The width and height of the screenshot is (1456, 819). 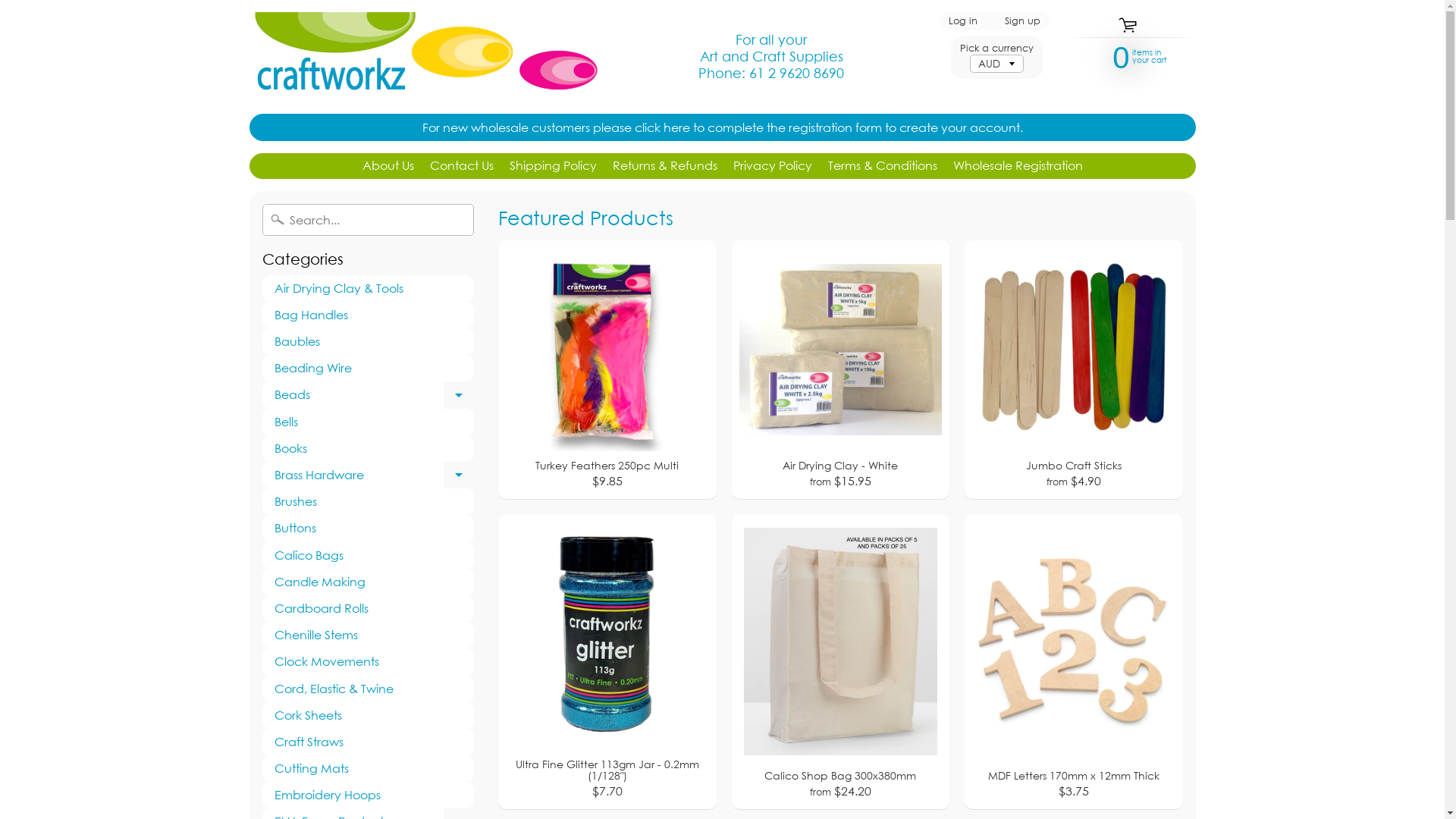 What do you see at coordinates (368, 555) in the screenshot?
I see `'Calico Bags'` at bounding box center [368, 555].